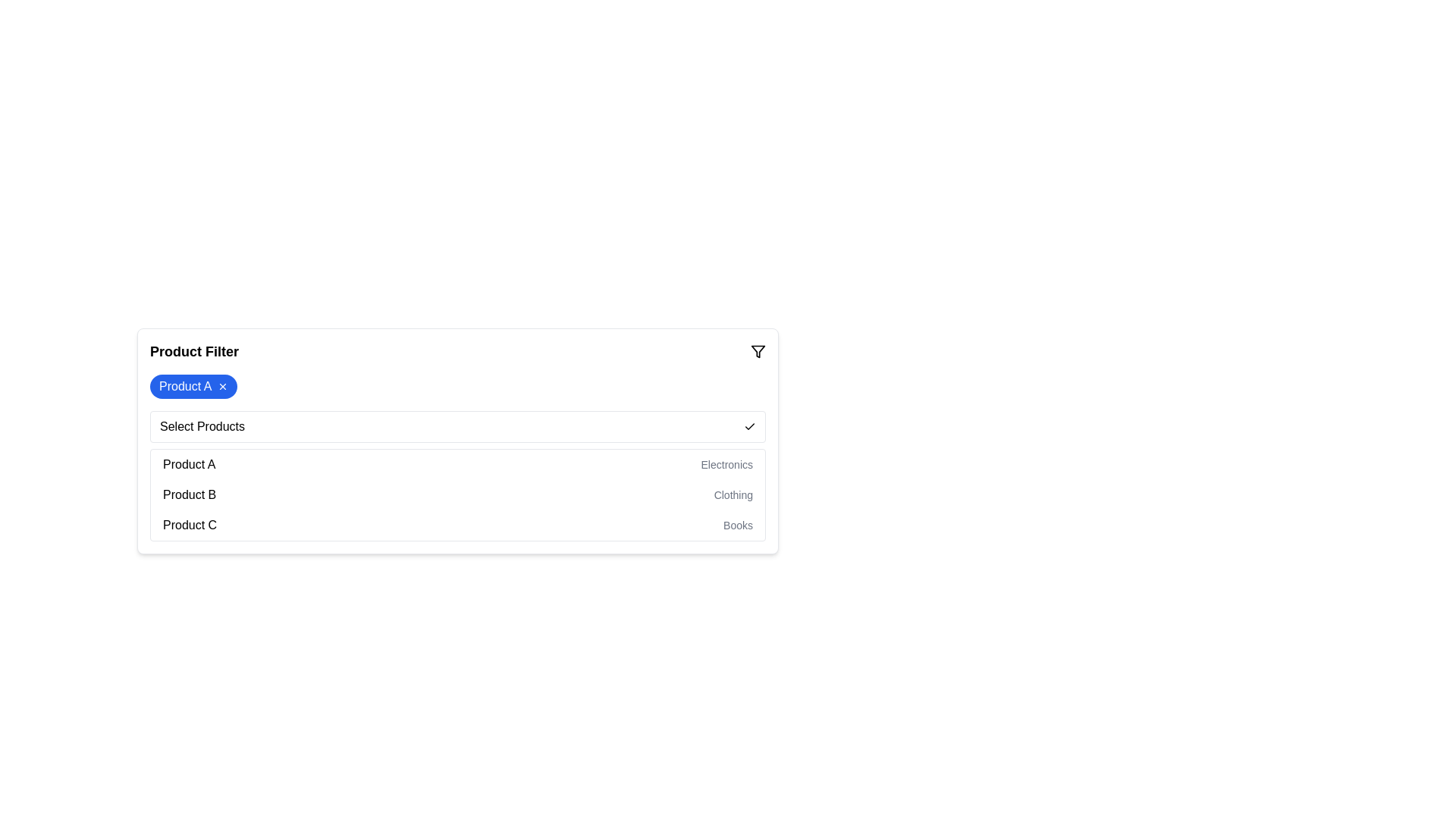 Image resolution: width=1456 pixels, height=819 pixels. I want to click on the list item displaying the product category 'Product C' which shows 'Books' on the right, so click(457, 525).